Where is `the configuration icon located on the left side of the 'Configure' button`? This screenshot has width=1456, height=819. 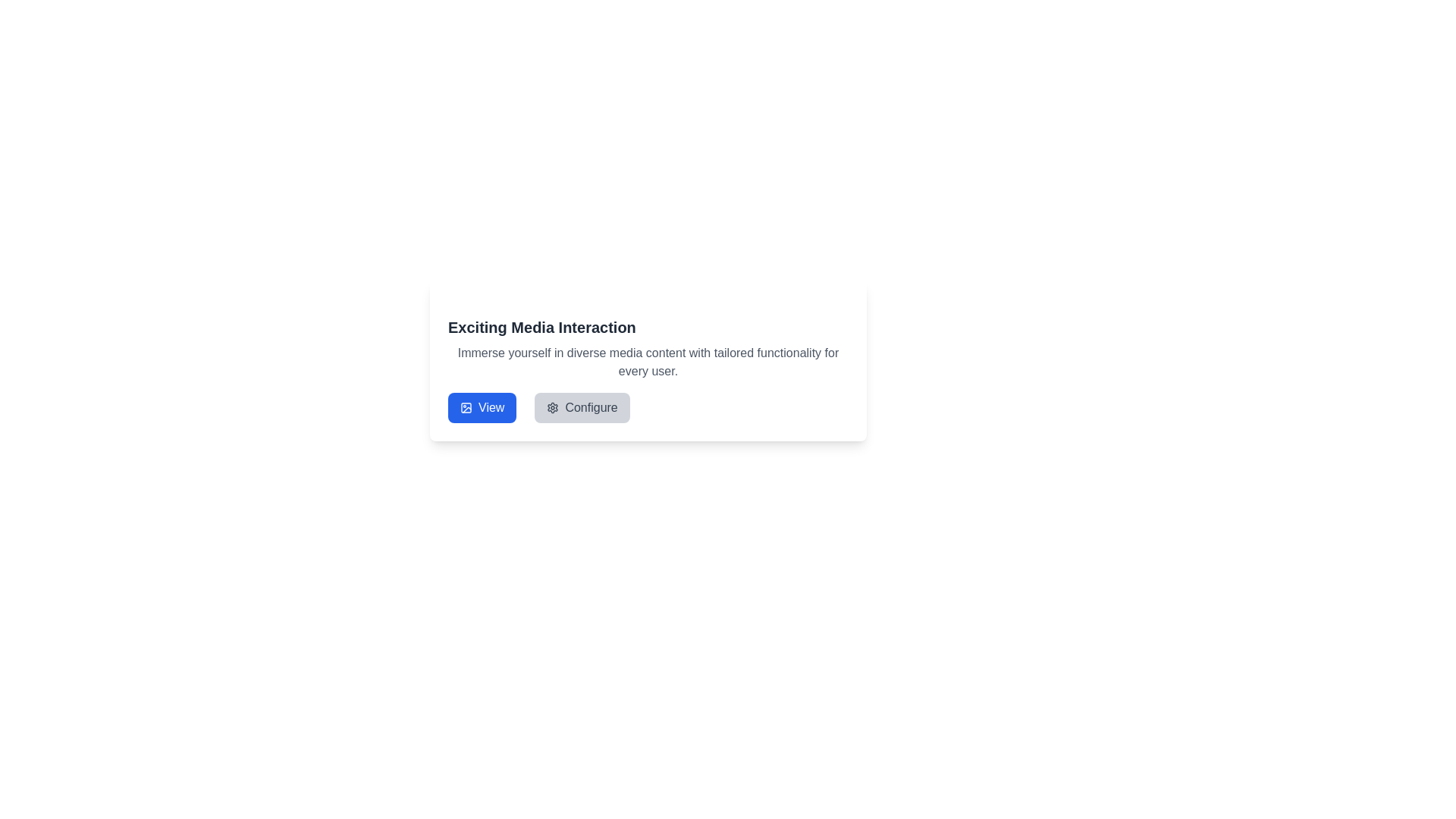 the configuration icon located on the left side of the 'Configure' button is located at coordinates (552, 406).